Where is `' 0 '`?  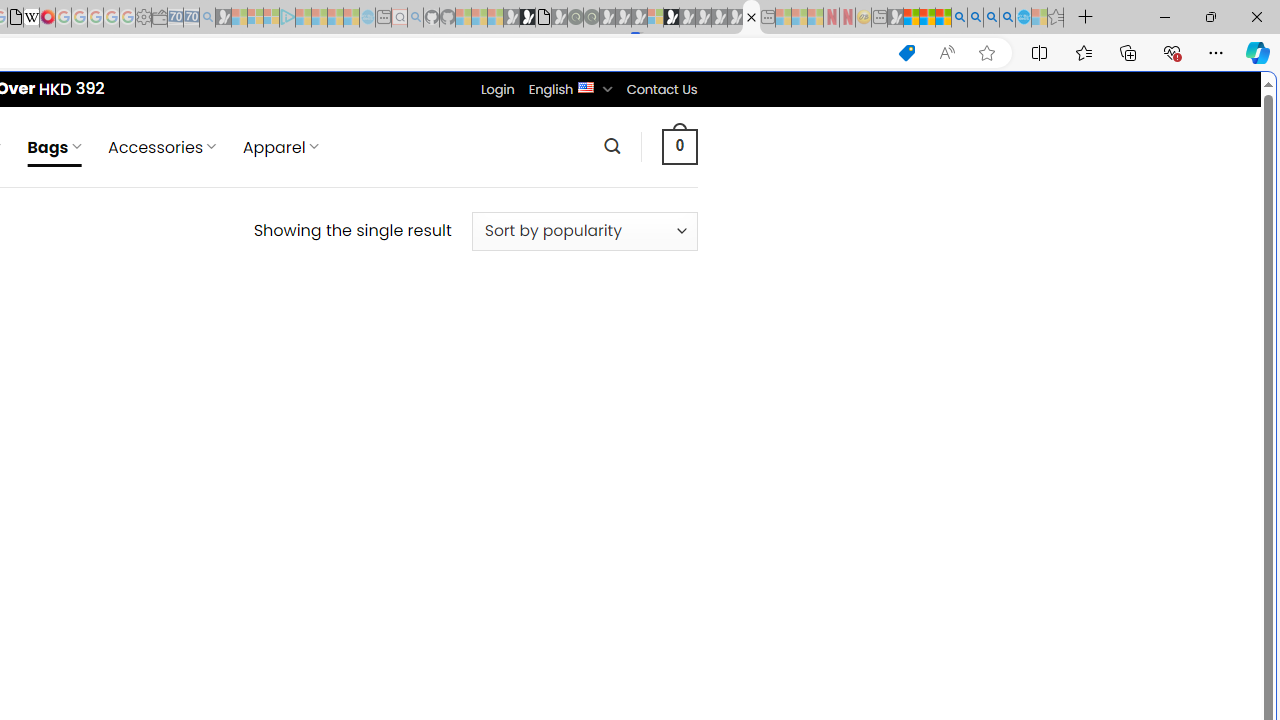 ' 0 ' is located at coordinates (679, 145).